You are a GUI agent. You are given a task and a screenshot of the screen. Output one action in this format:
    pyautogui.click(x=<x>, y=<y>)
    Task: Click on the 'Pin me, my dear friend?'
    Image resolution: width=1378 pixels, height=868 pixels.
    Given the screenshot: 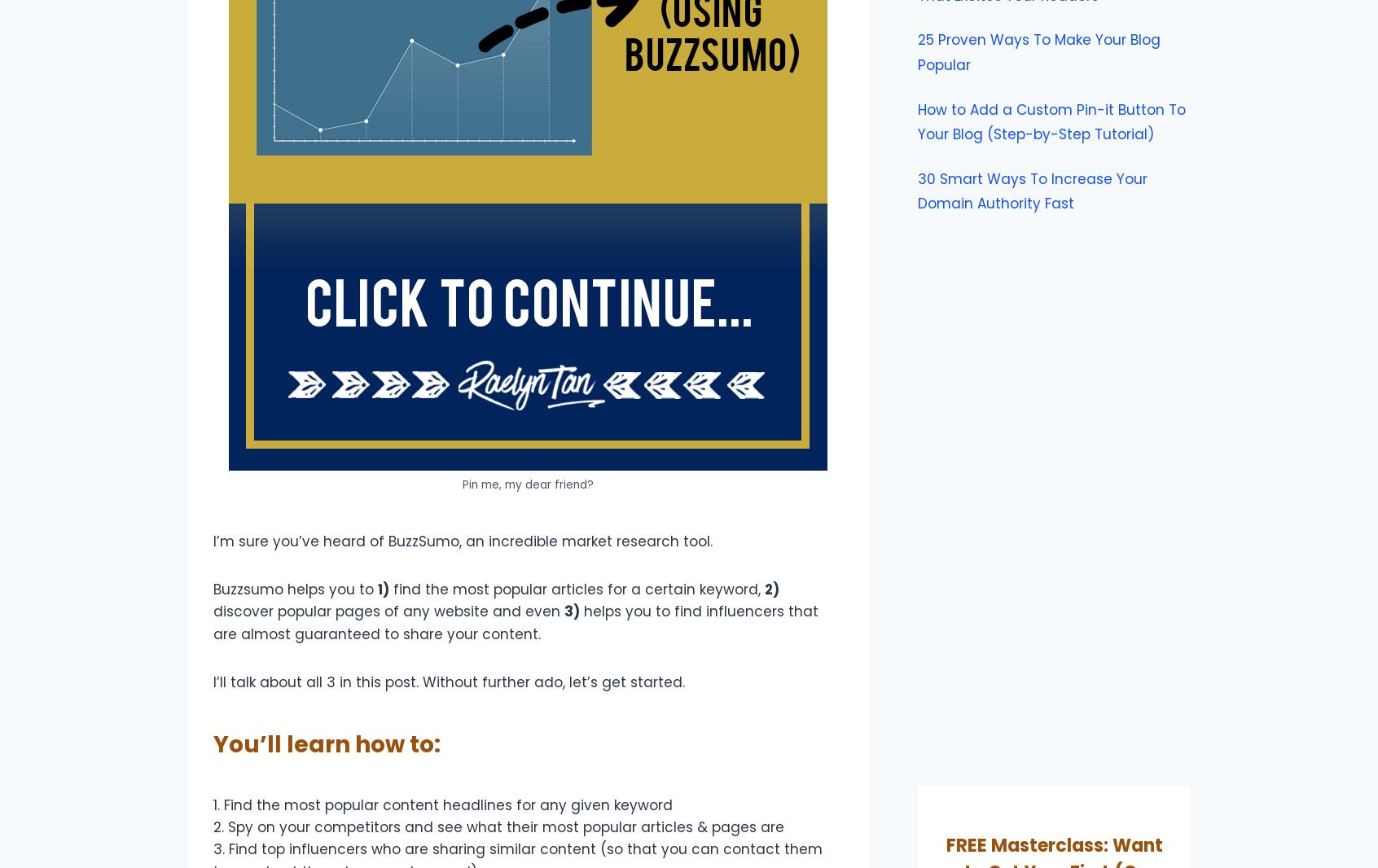 What is the action you would take?
    pyautogui.click(x=462, y=483)
    